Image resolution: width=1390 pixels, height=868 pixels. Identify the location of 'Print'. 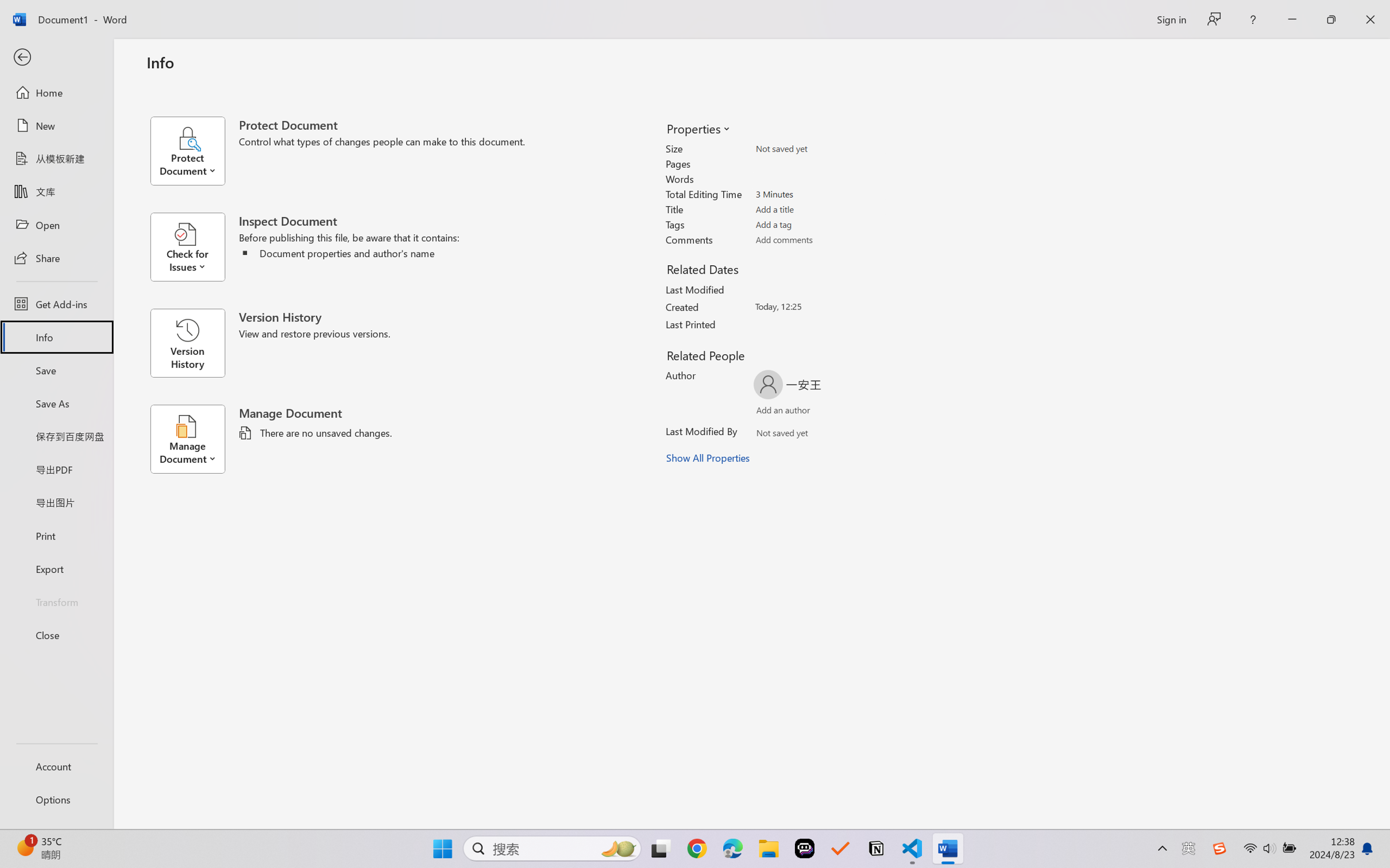
(56, 536).